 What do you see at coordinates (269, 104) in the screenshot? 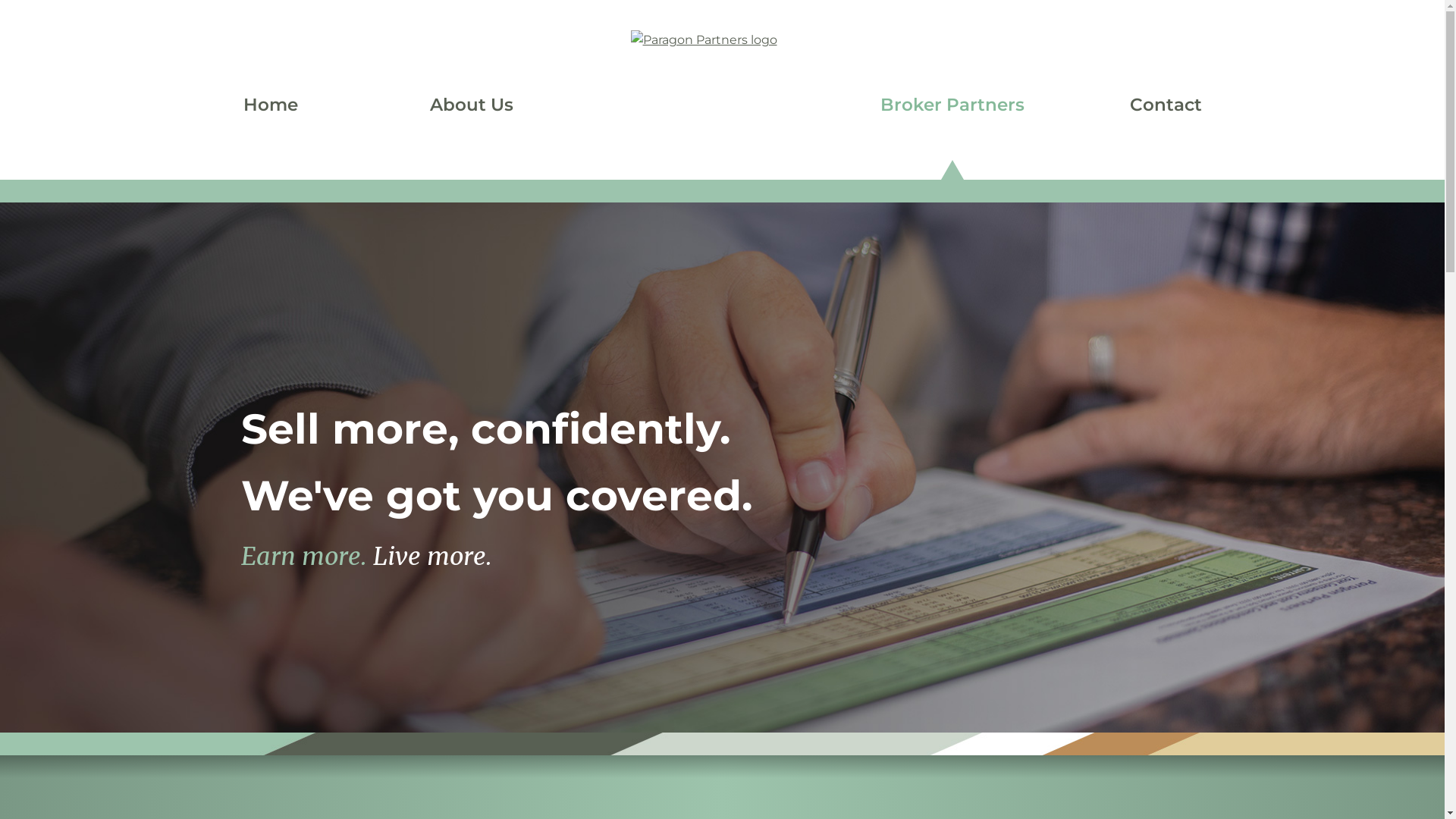
I see `'Home'` at bounding box center [269, 104].